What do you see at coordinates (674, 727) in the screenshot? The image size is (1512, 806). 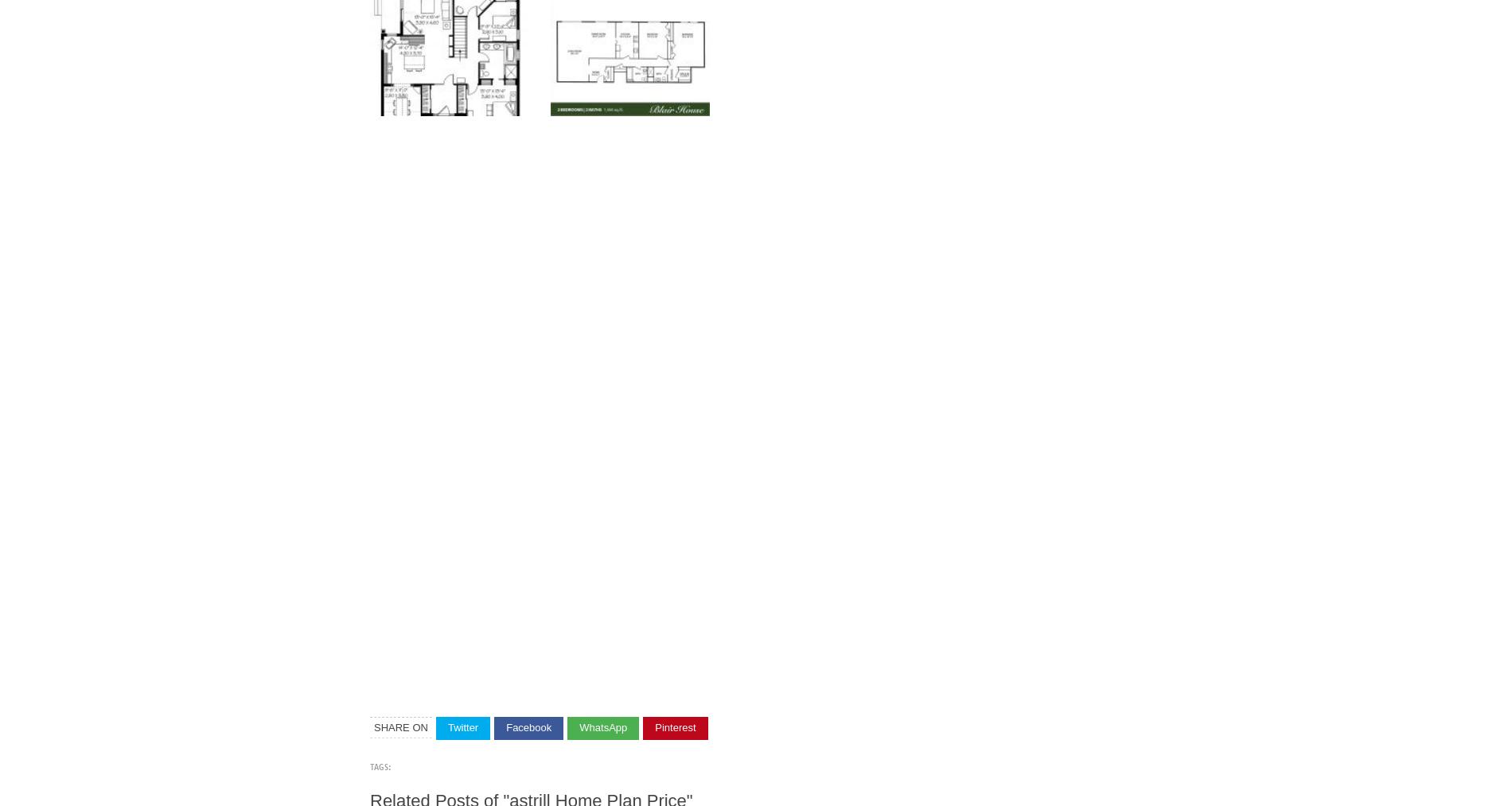 I see `'Pinterest'` at bounding box center [674, 727].